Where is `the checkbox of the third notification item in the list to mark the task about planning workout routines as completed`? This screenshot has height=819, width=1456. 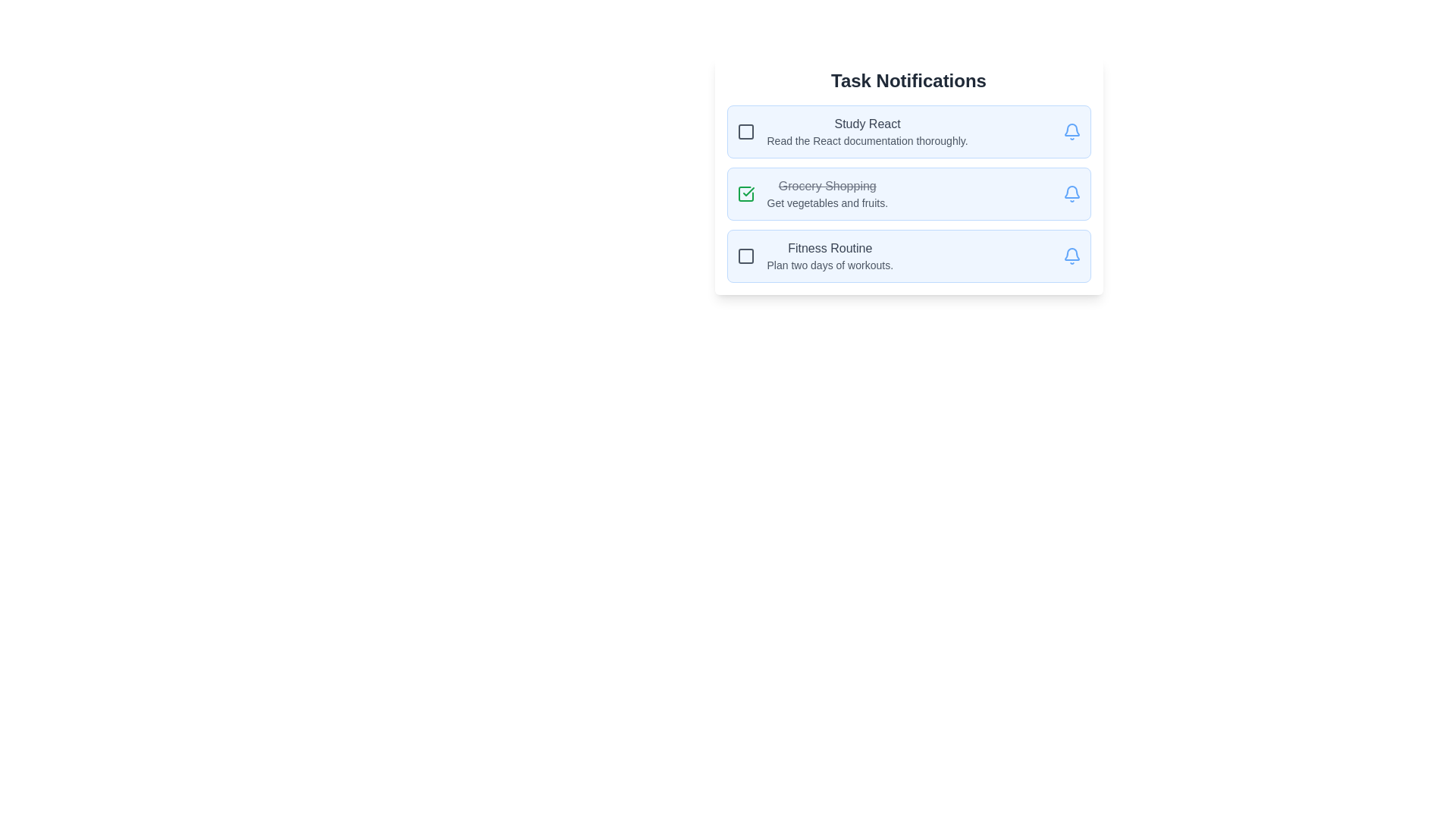 the checkbox of the third notification item in the list to mark the task about planning workout routines as completed is located at coordinates (814, 256).